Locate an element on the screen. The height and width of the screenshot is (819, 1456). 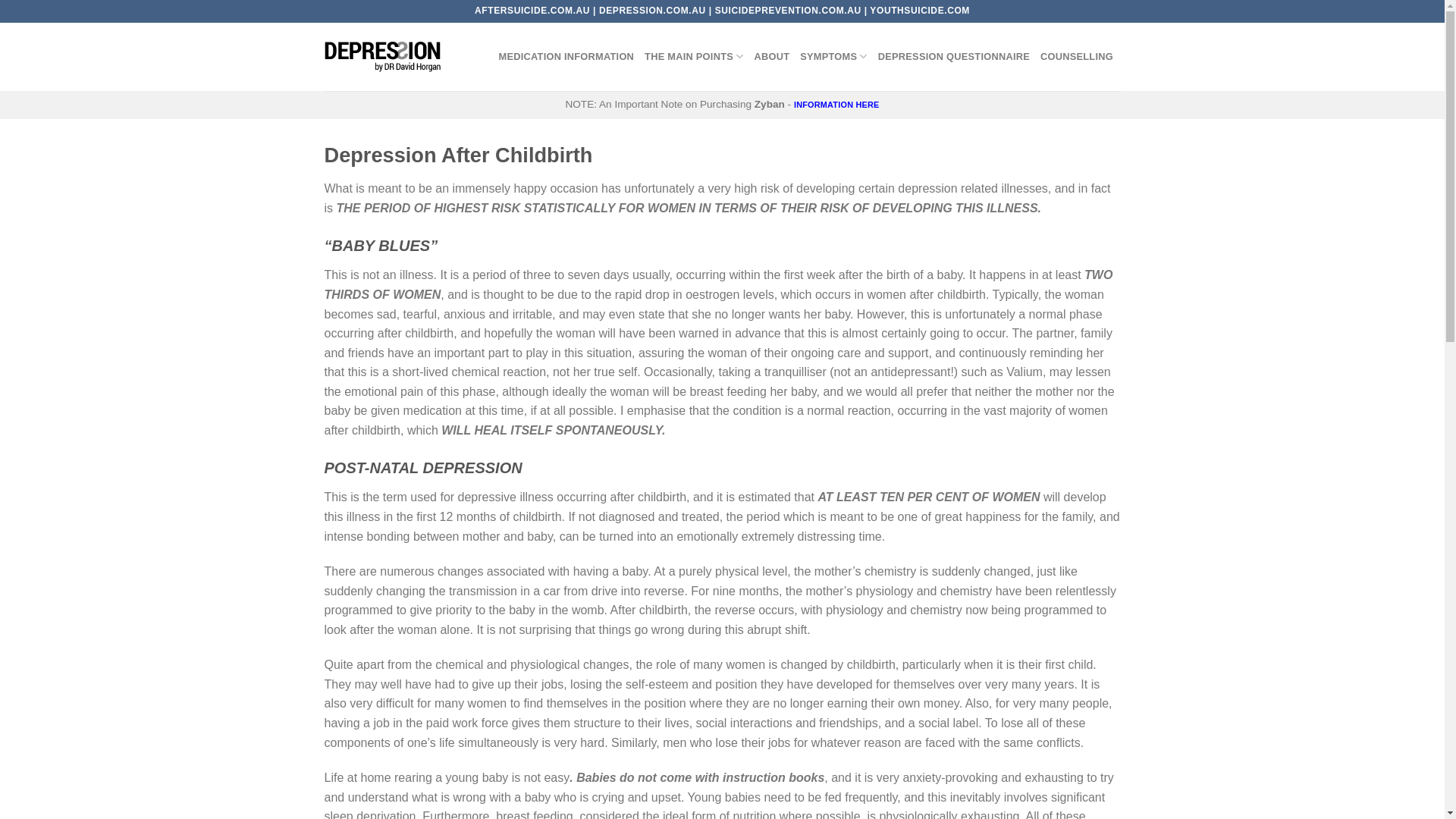
'SYMPTOMS' is located at coordinates (799, 55).